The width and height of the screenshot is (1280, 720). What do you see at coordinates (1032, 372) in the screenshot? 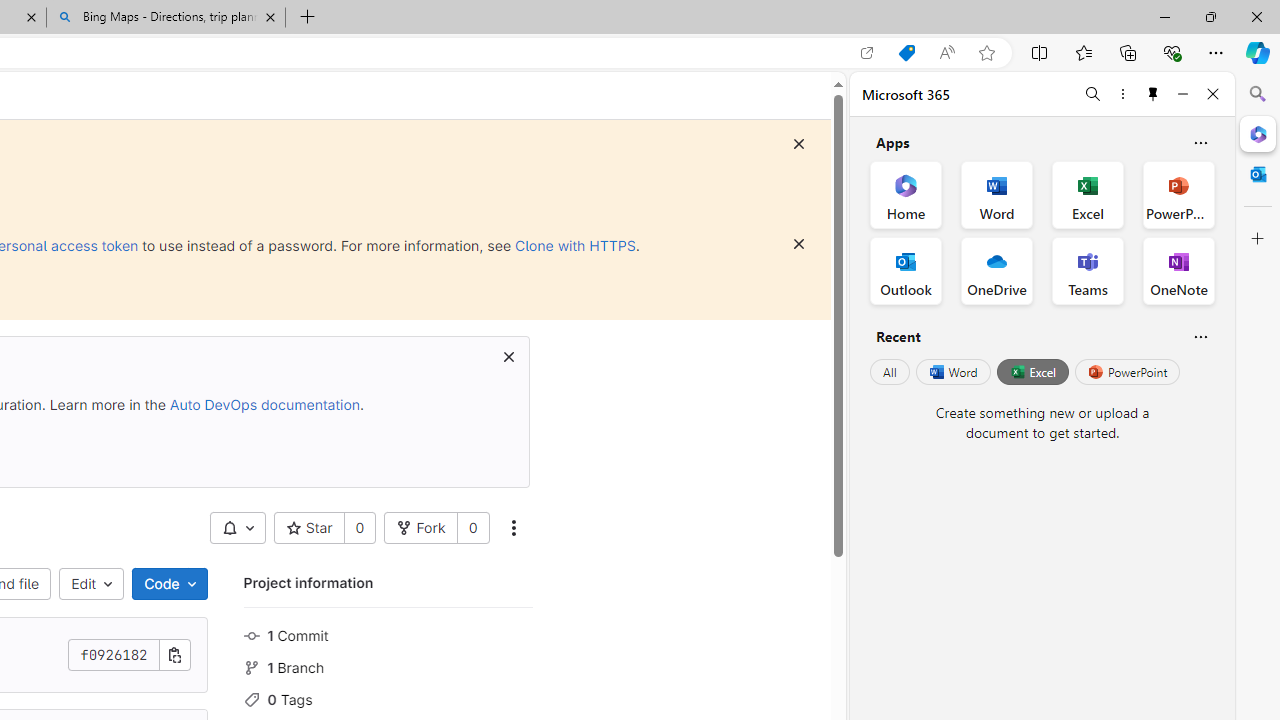
I see `'Excel'` at bounding box center [1032, 372].